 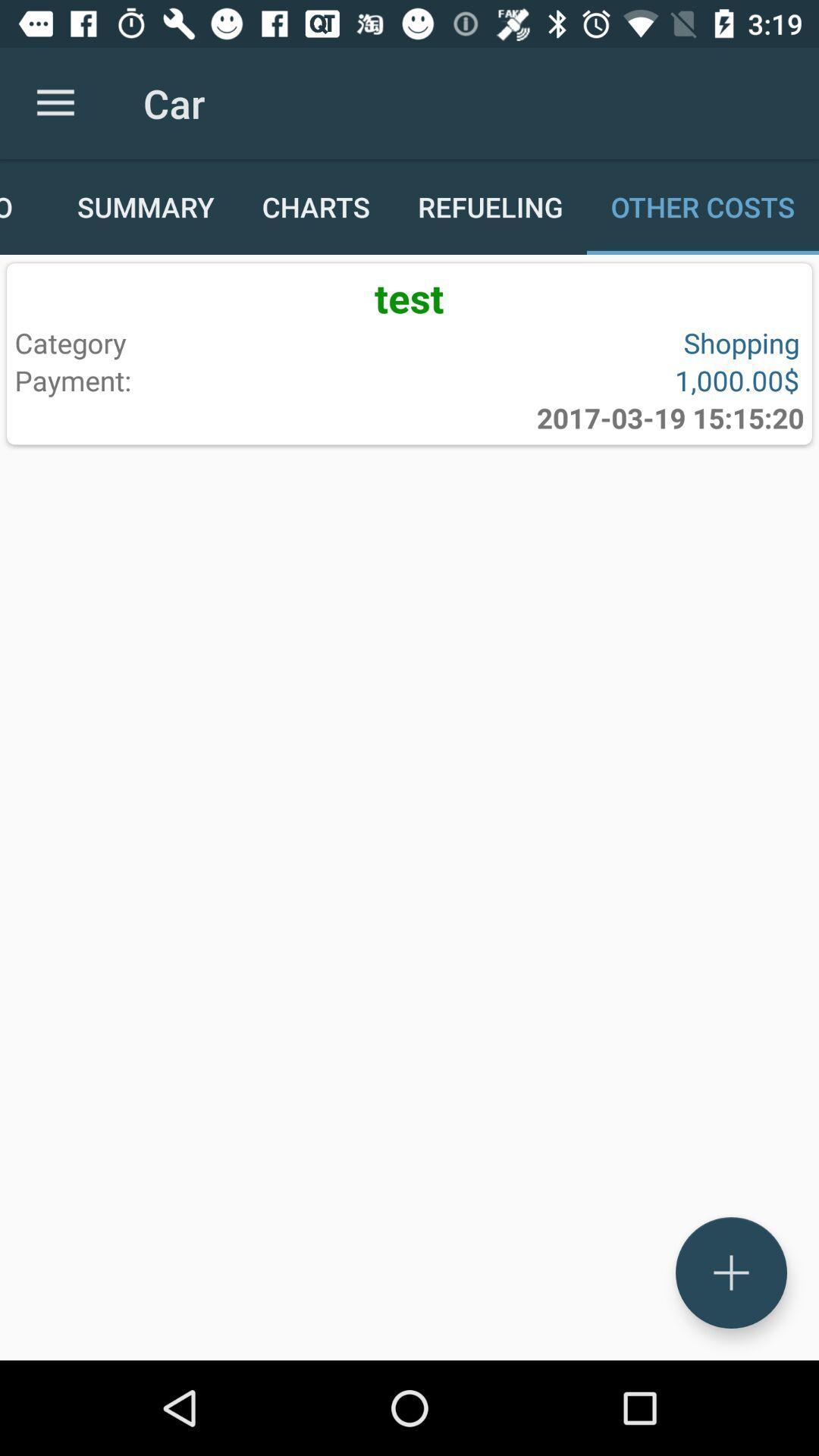 What do you see at coordinates (670, 418) in the screenshot?
I see `2017 03 19` at bounding box center [670, 418].